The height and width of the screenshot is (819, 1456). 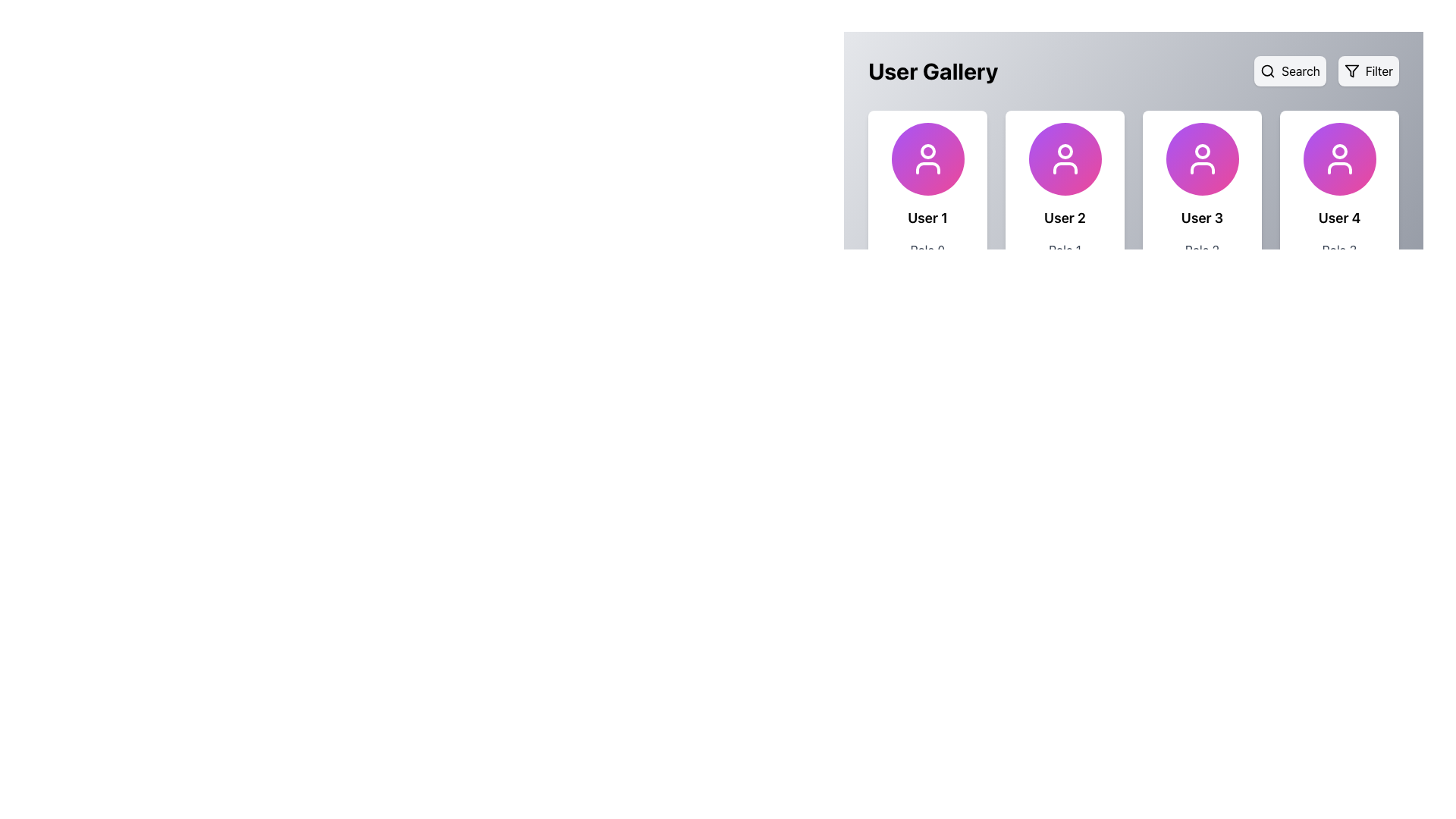 What do you see at coordinates (1368, 71) in the screenshot?
I see `the 'Filter' button, which has a gray background, rounded corners, a filter icon on the left, and the text 'Filter' on the right, located at the top-right corner of the interface` at bounding box center [1368, 71].